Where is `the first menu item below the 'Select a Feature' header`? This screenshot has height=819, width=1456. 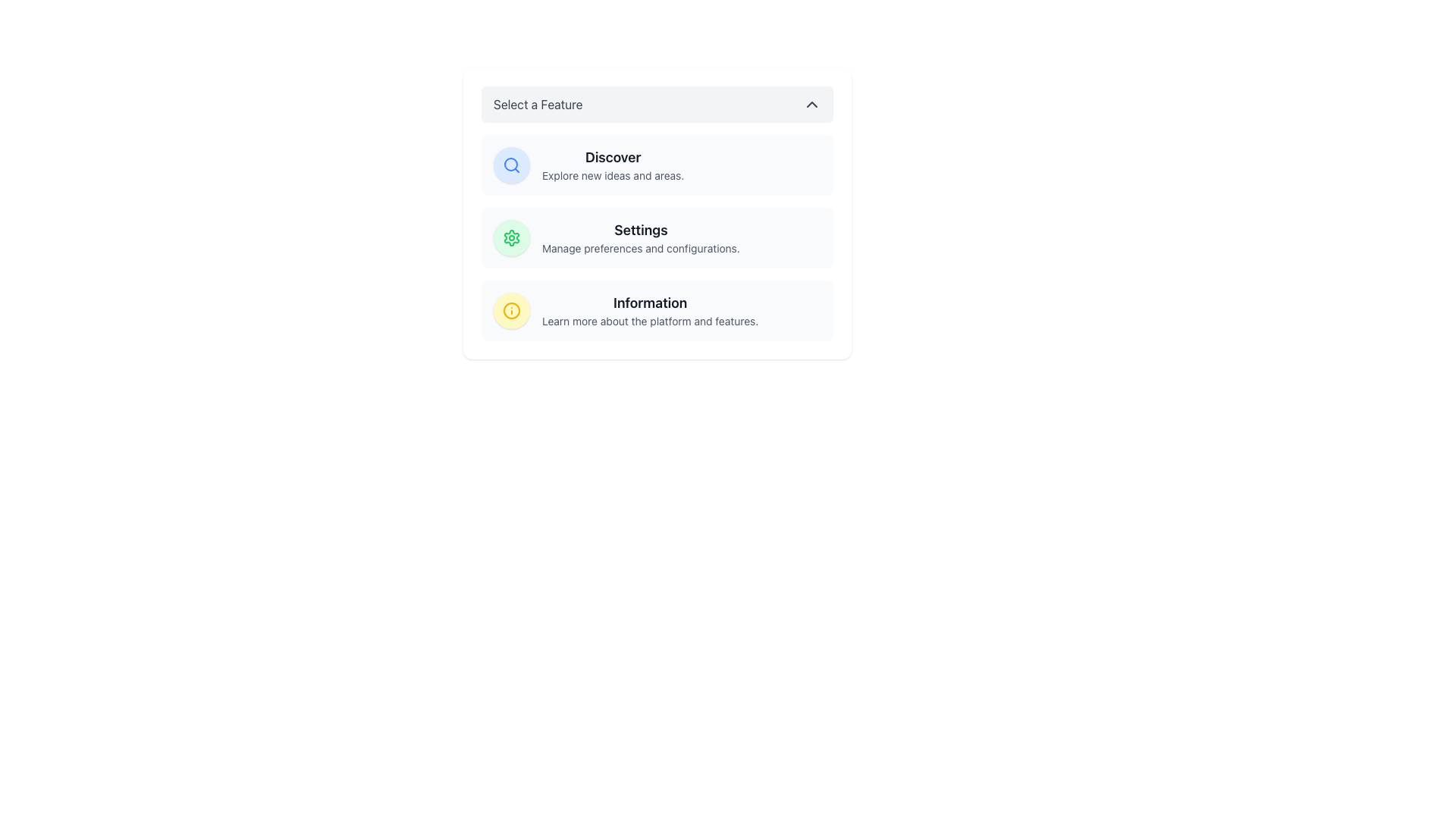 the first menu item below the 'Select a Feature' header is located at coordinates (657, 165).